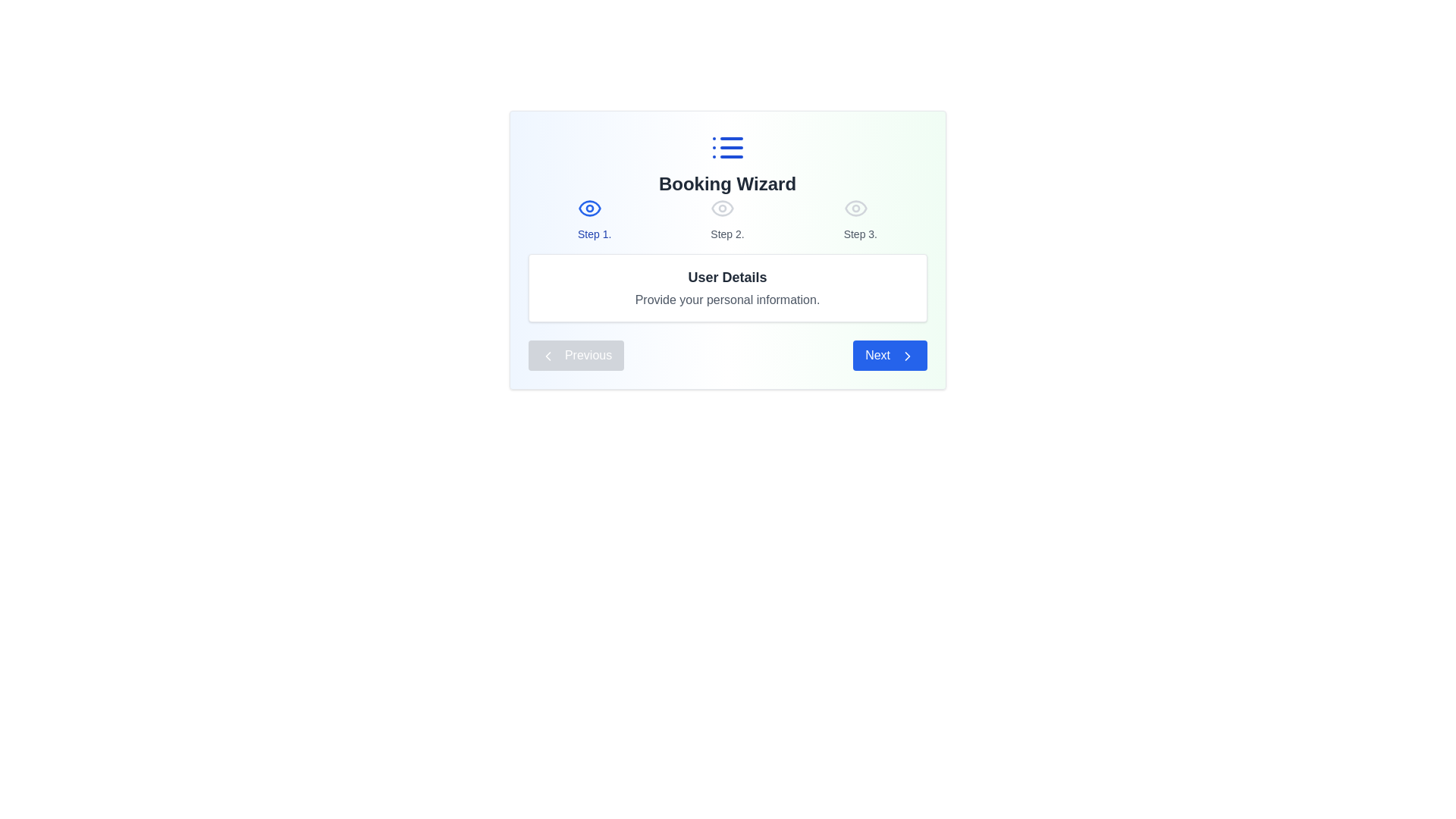 The width and height of the screenshot is (1456, 819). I want to click on the eye icon styled in light gray, which is positioned above the text 'Step 2.' in the booking wizard's step navigation interface, so click(722, 208).